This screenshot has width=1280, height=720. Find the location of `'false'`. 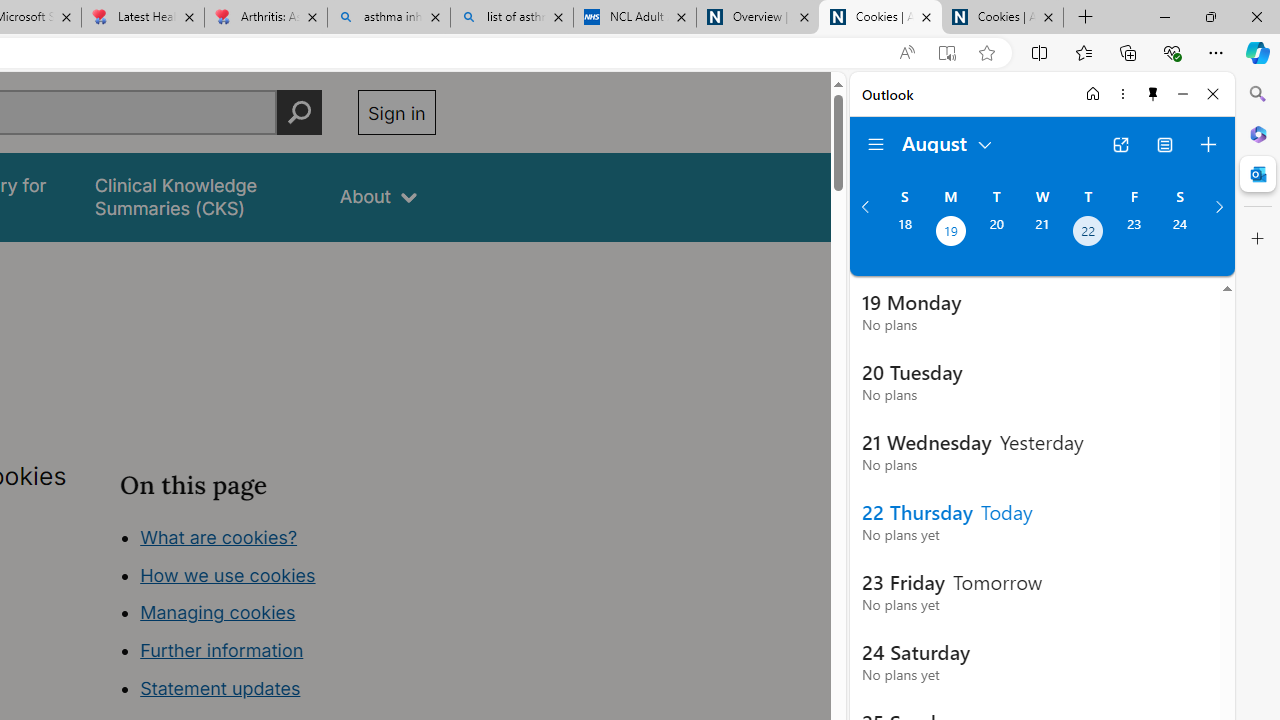

'false' is located at coordinates (199, 197).